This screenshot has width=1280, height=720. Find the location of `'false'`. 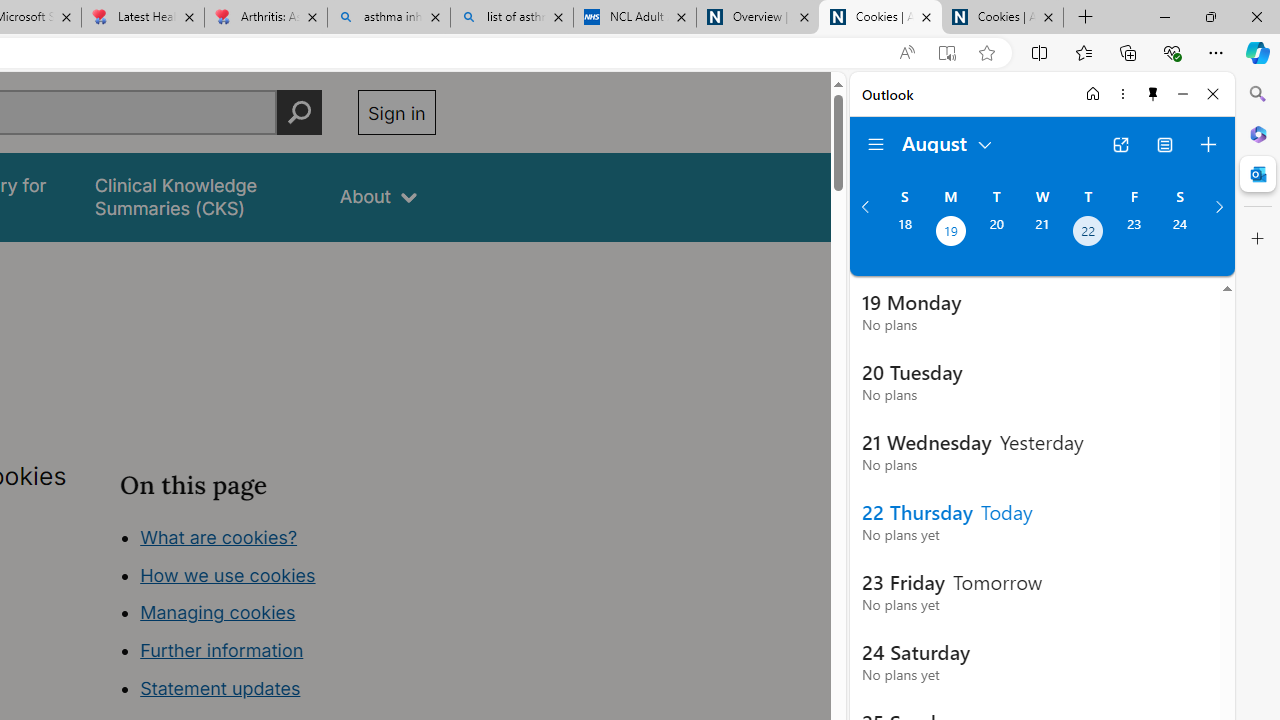

'false' is located at coordinates (199, 197).